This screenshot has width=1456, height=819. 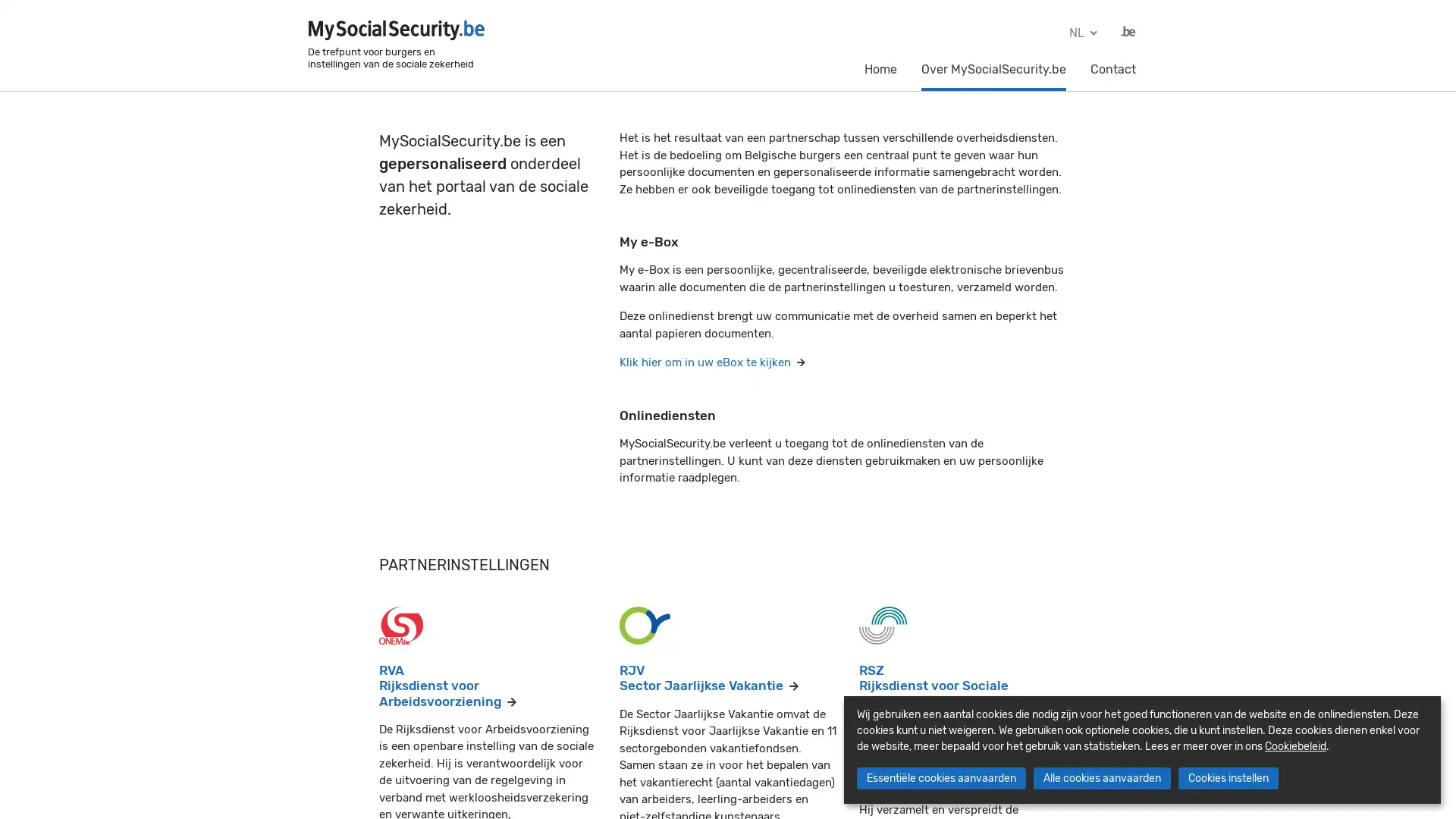 I want to click on Alle cookies aanvaarden, so click(x=1101, y=778).